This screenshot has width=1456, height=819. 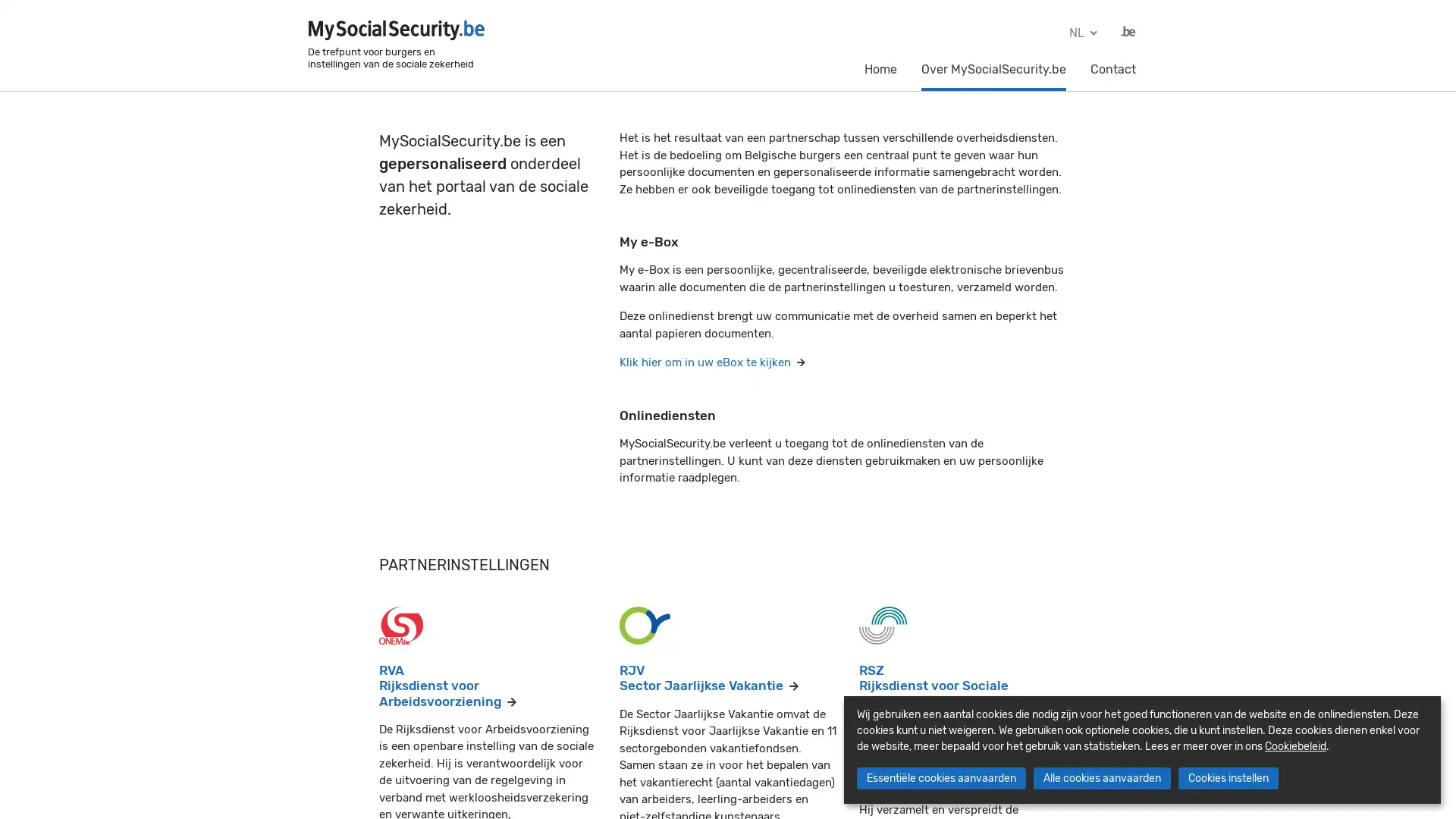 I want to click on Alle cookies aanvaarden, so click(x=1101, y=778).